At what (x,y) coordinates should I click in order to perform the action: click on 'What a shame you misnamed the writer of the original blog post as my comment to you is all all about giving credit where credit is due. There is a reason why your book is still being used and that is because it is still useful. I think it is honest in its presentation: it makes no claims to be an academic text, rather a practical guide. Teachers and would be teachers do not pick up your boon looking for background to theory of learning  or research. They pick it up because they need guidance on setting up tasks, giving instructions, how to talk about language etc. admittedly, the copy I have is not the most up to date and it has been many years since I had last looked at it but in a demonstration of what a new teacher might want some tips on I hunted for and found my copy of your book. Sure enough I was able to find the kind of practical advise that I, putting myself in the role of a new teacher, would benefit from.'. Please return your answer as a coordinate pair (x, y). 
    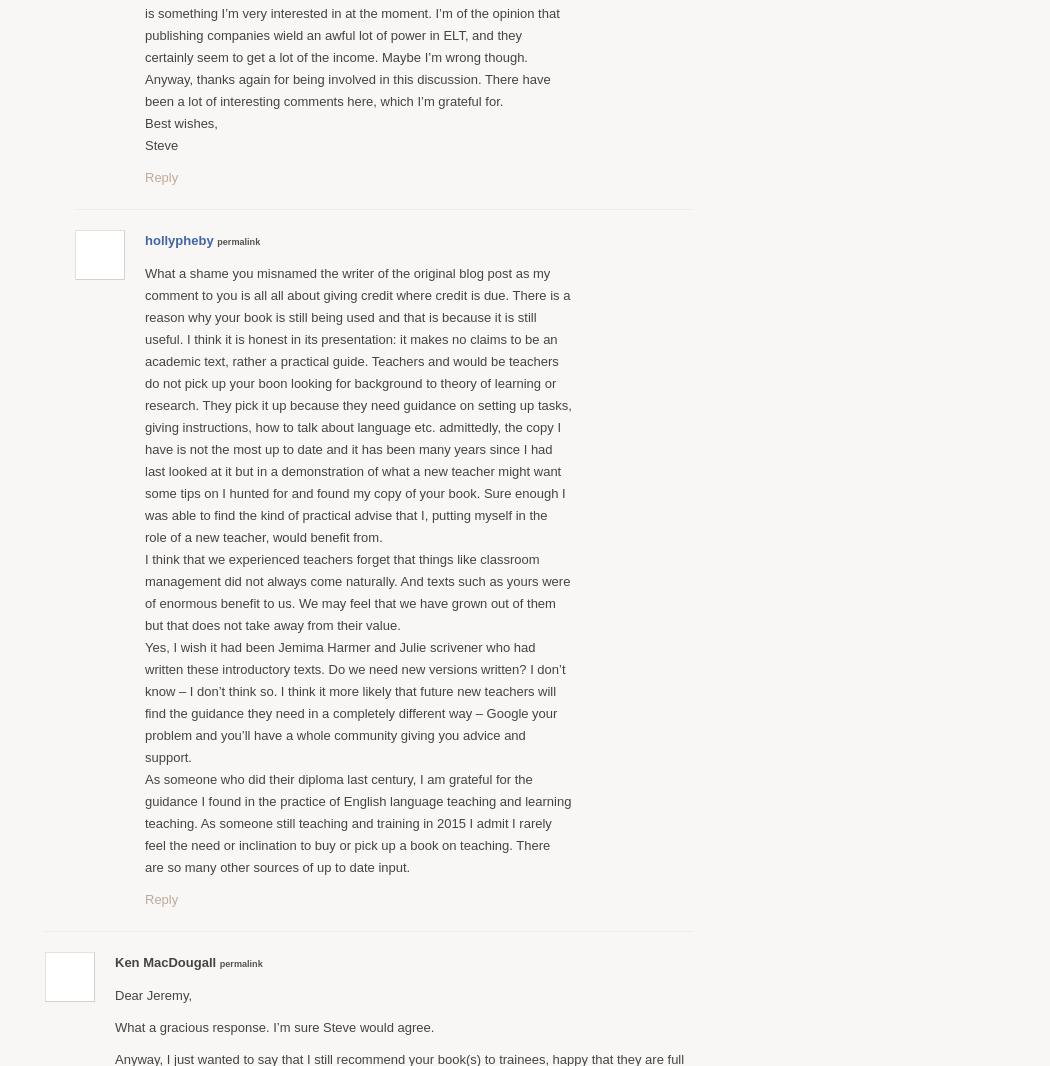
    Looking at the image, I should click on (144, 404).